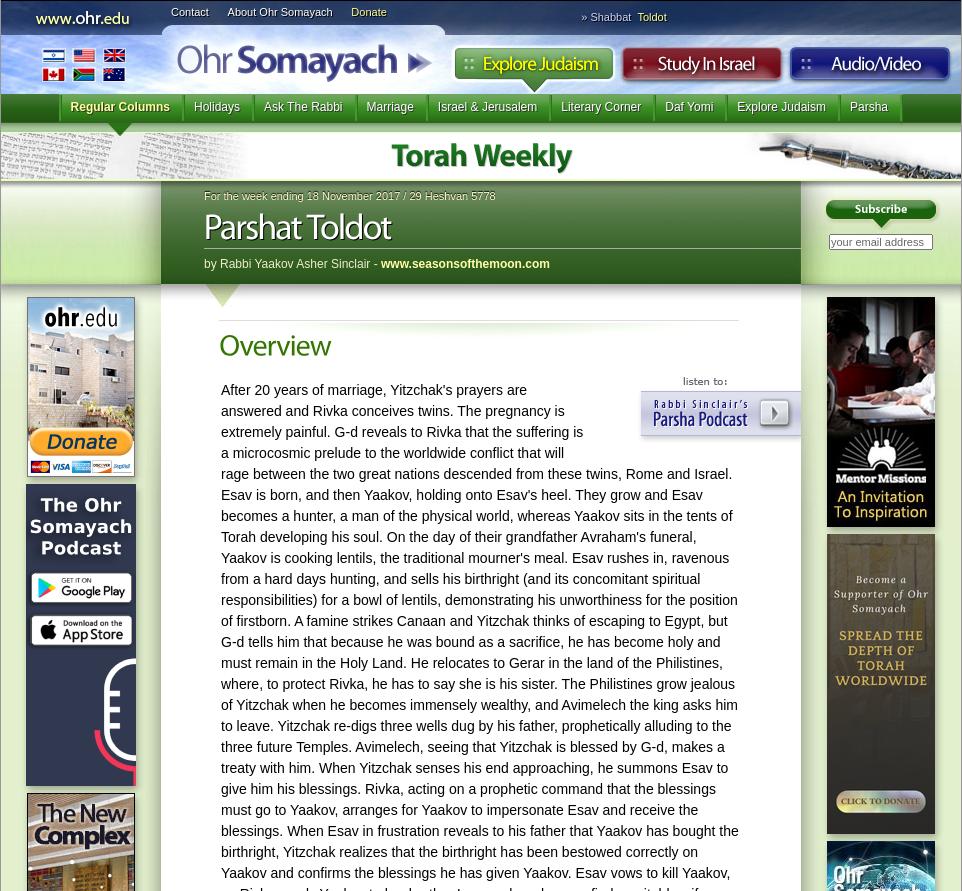 The width and height of the screenshot is (962, 891). Describe the element at coordinates (478, 524) in the screenshot. I see `'reveals to Rivka that the suffering is a microcosmic prelude to the worldwide conflict that will rage between the two great nations descended from these twins, Rome and Israel. Esav is born, and then Yaakov, holding onto Esav's heel. They grow and Esav becomes a hunter, a man of the physical world, whereas Yaakov sits in the tents of Torah developing his soul. On the day of their grandfather Avraham's funeral, Yaakov is cooking lentils, the traditional mourner's meal. Esav rushes in, ravenous from a hard days hunting, and sells his birthright (and its concomitant spiritual responsibilities) for a bowl of lentils, demonstrating his unworthiness for the position of firstborn. A famine strikes Canaan and Yitzchak thinks of escaping to Egypt, but'` at that location.